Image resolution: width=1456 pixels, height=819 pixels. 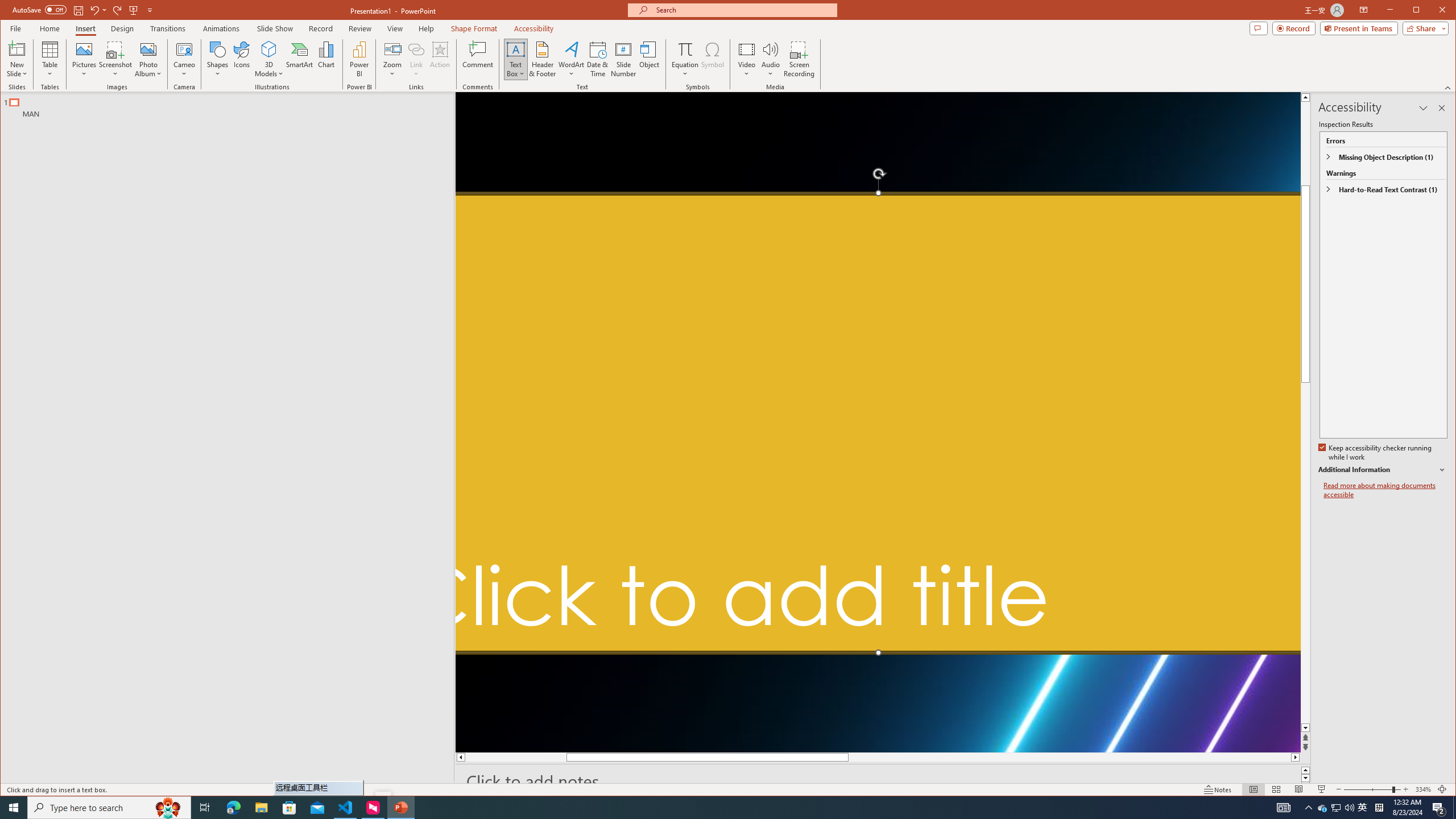 What do you see at coordinates (542, 59) in the screenshot?
I see `'Header & Footer...'` at bounding box center [542, 59].